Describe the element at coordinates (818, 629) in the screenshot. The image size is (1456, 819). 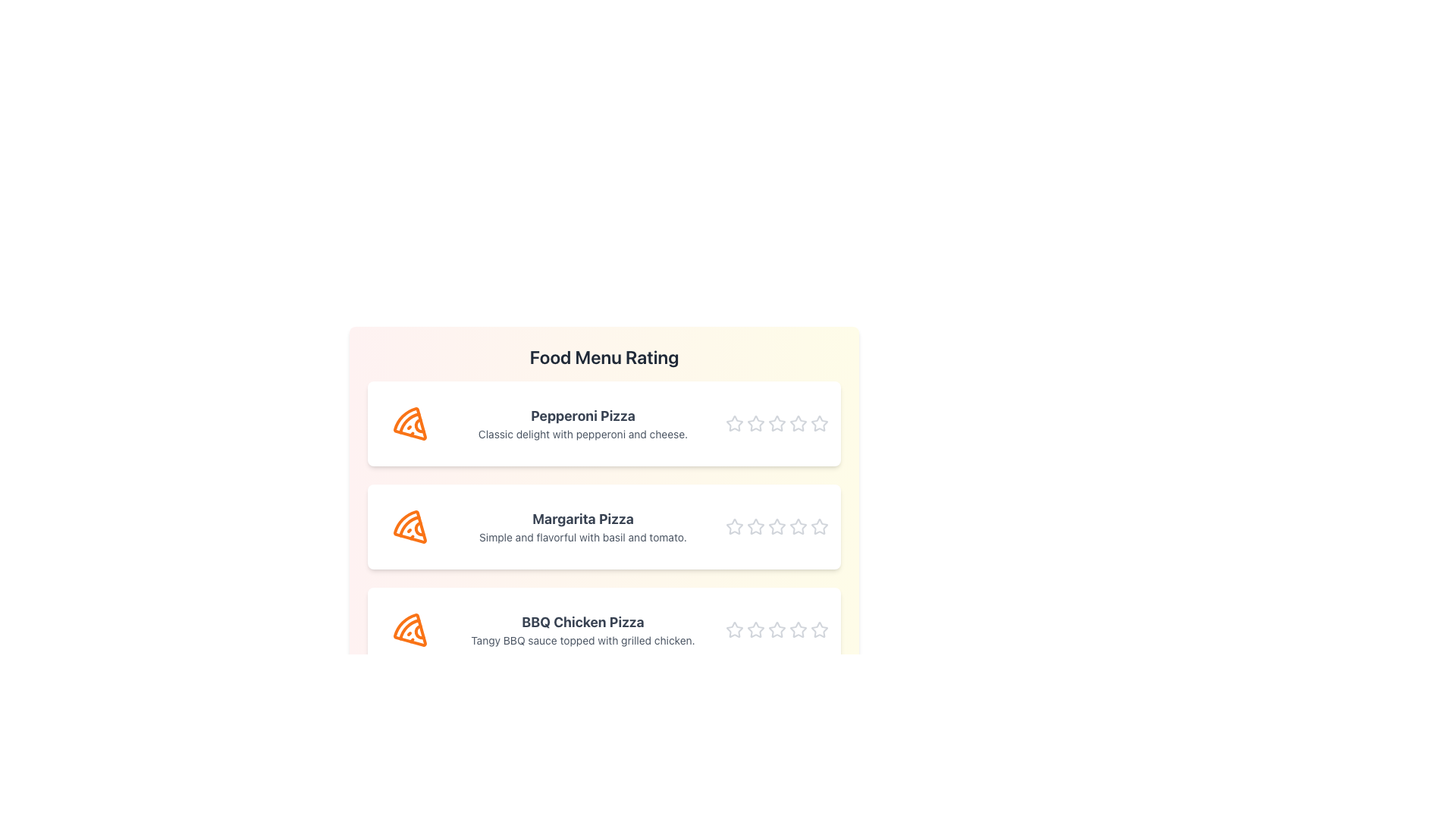
I see `the fifth star-shaped rating button for the 'BBQ Chicken Pizza' item in the 'Food Menu Rating' section to observe its interactive response` at that location.